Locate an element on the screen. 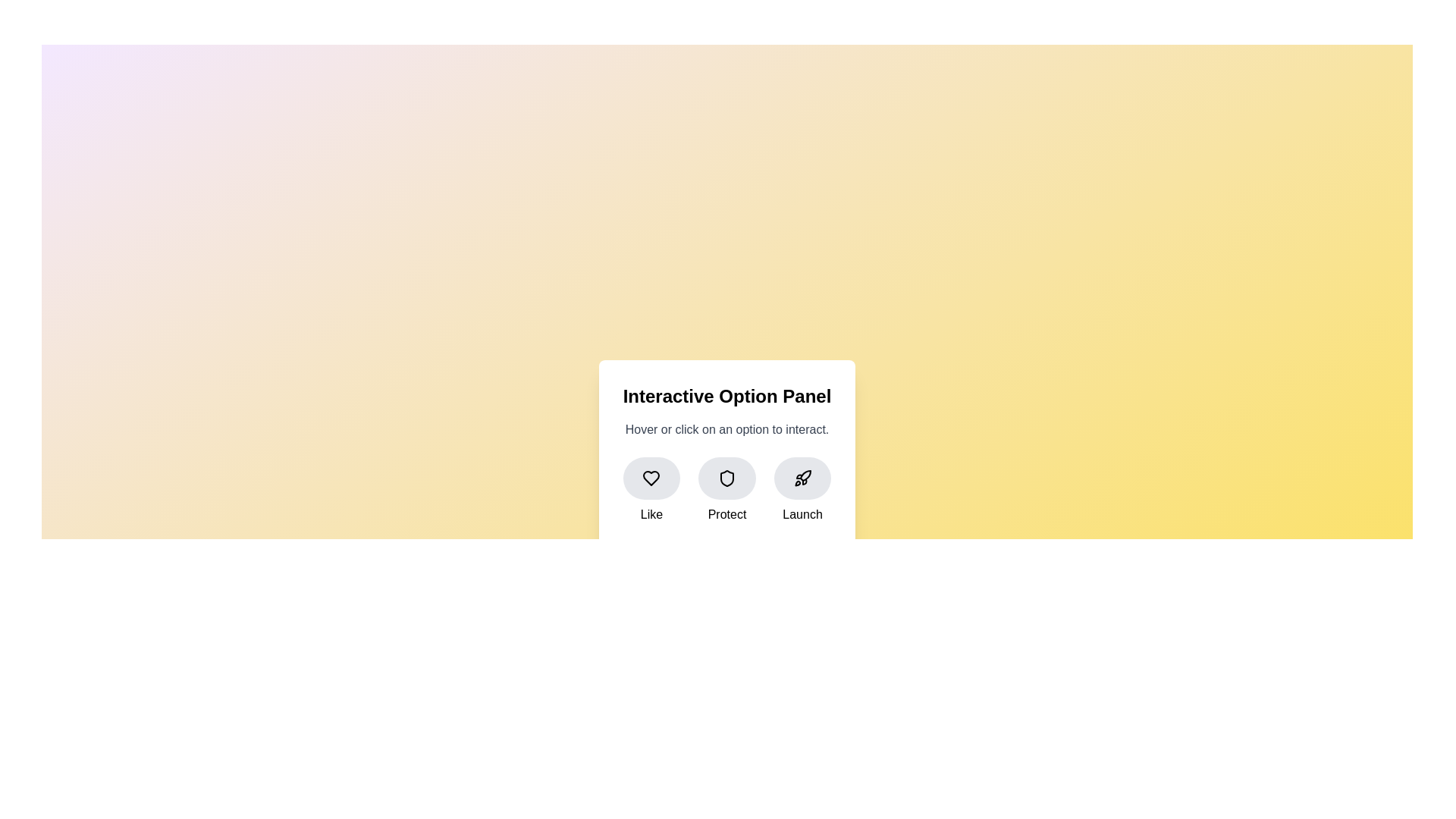 This screenshot has width=1456, height=819. the text label reading 'Protect', which is styled with a slightly bold font and positioned below the shield icon is located at coordinates (726, 513).